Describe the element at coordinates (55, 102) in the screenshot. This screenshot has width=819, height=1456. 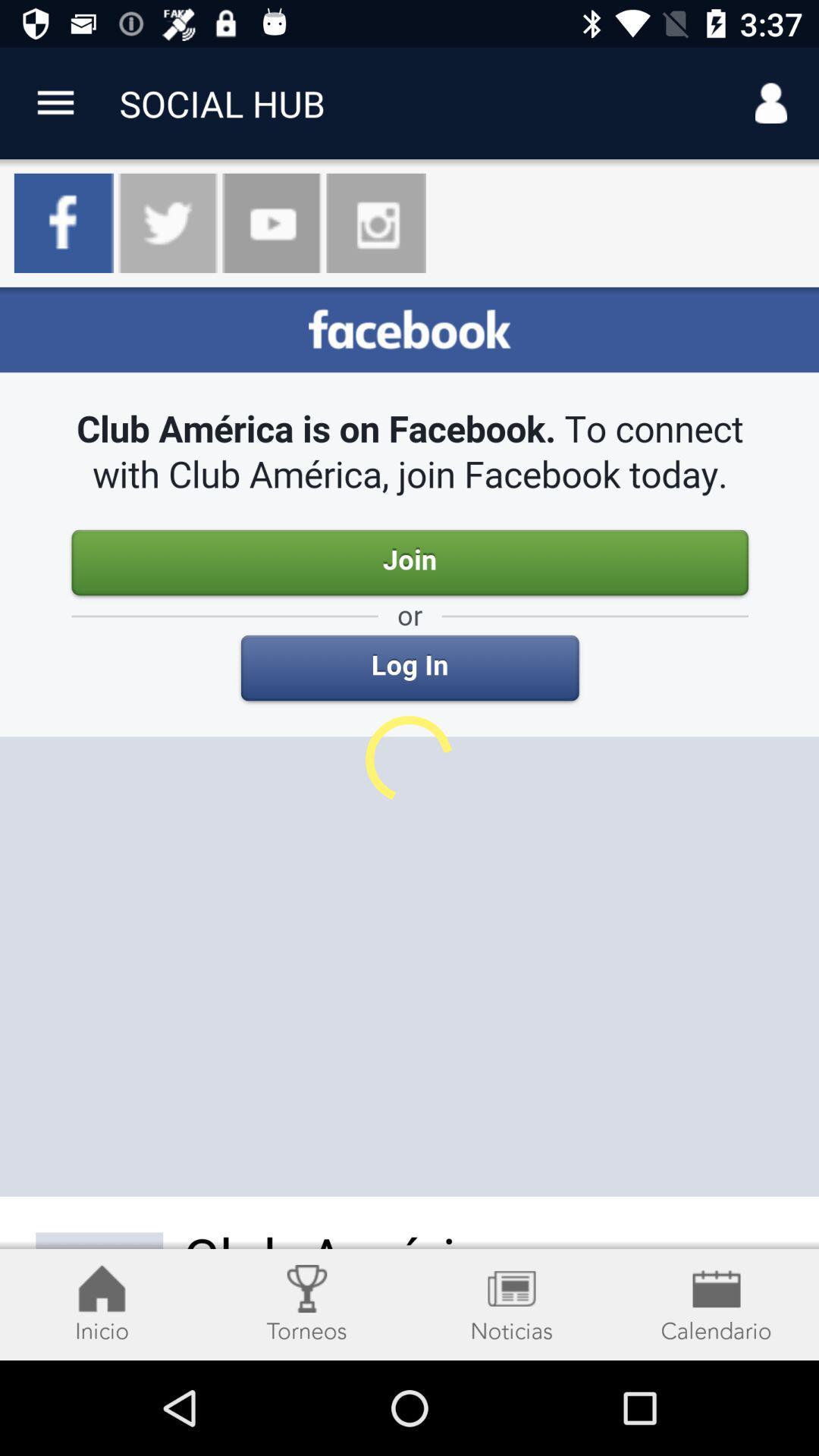
I see `menu option` at that location.